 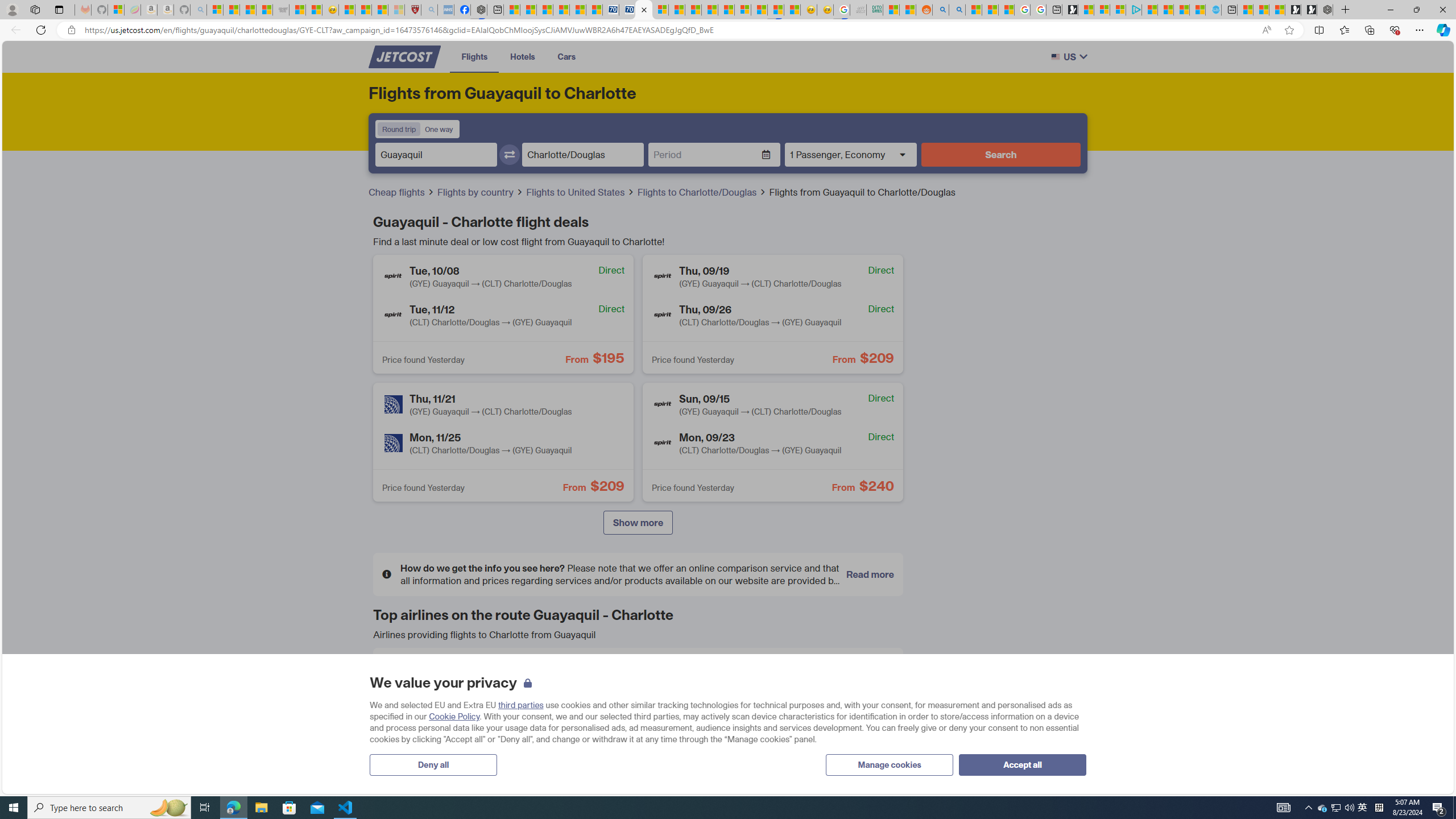 I want to click on 'third parties', so click(x=520, y=704).